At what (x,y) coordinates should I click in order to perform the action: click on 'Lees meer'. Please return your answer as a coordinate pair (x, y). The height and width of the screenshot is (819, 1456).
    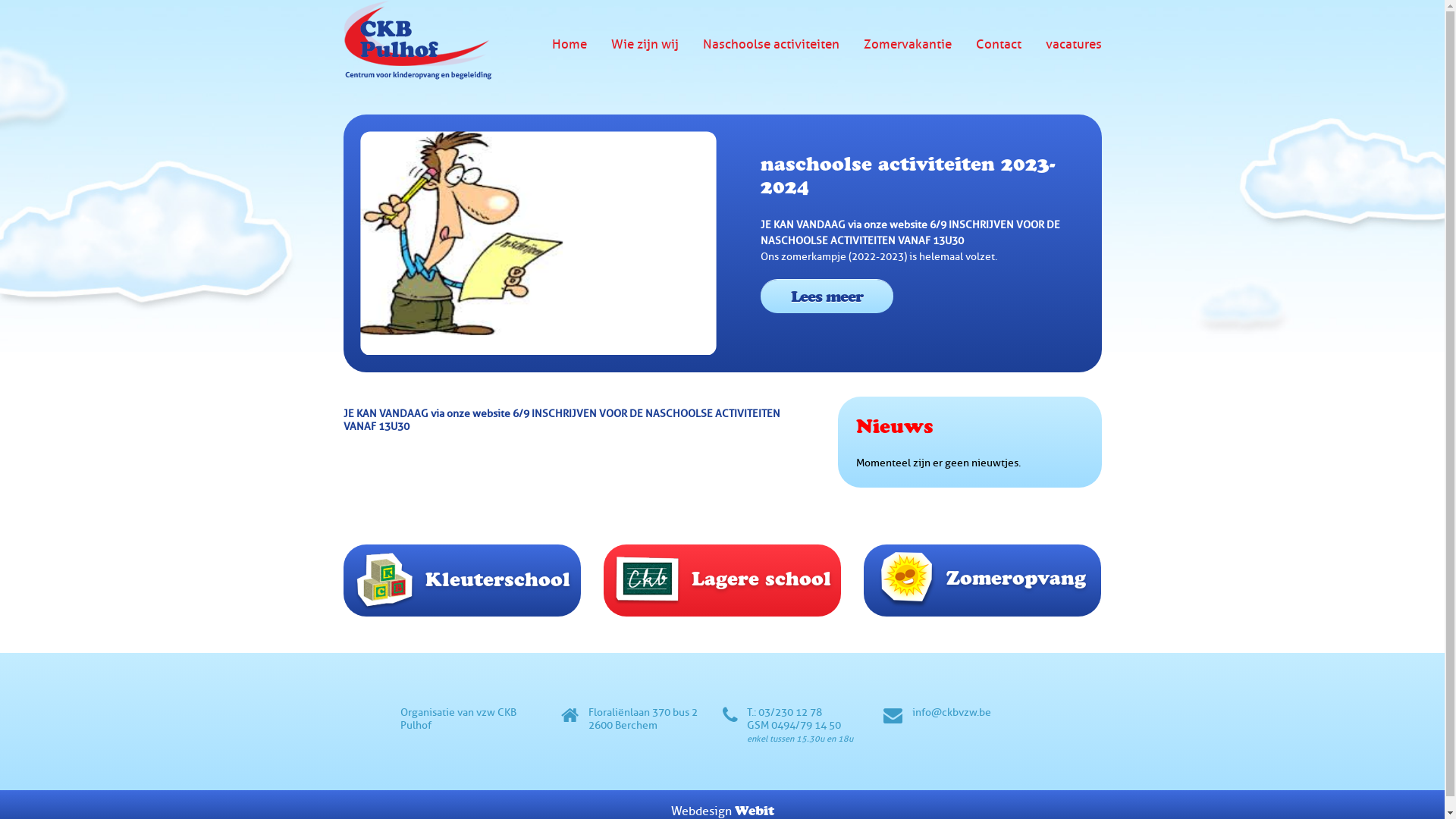
    Looking at the image, I should click on (825, 296).